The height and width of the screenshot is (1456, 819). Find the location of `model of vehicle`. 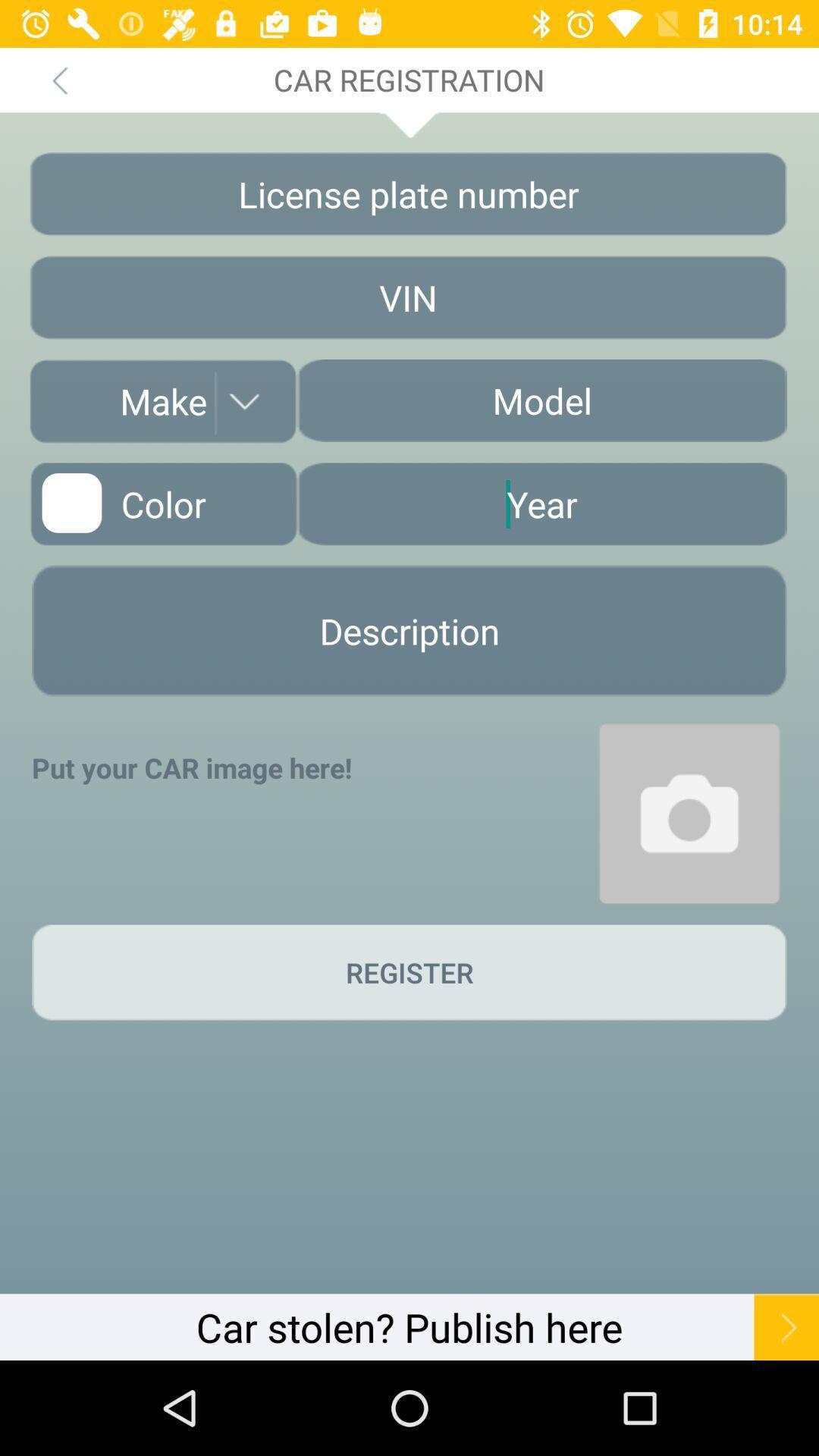

model of vehicle is located at coordinates (541, 400).